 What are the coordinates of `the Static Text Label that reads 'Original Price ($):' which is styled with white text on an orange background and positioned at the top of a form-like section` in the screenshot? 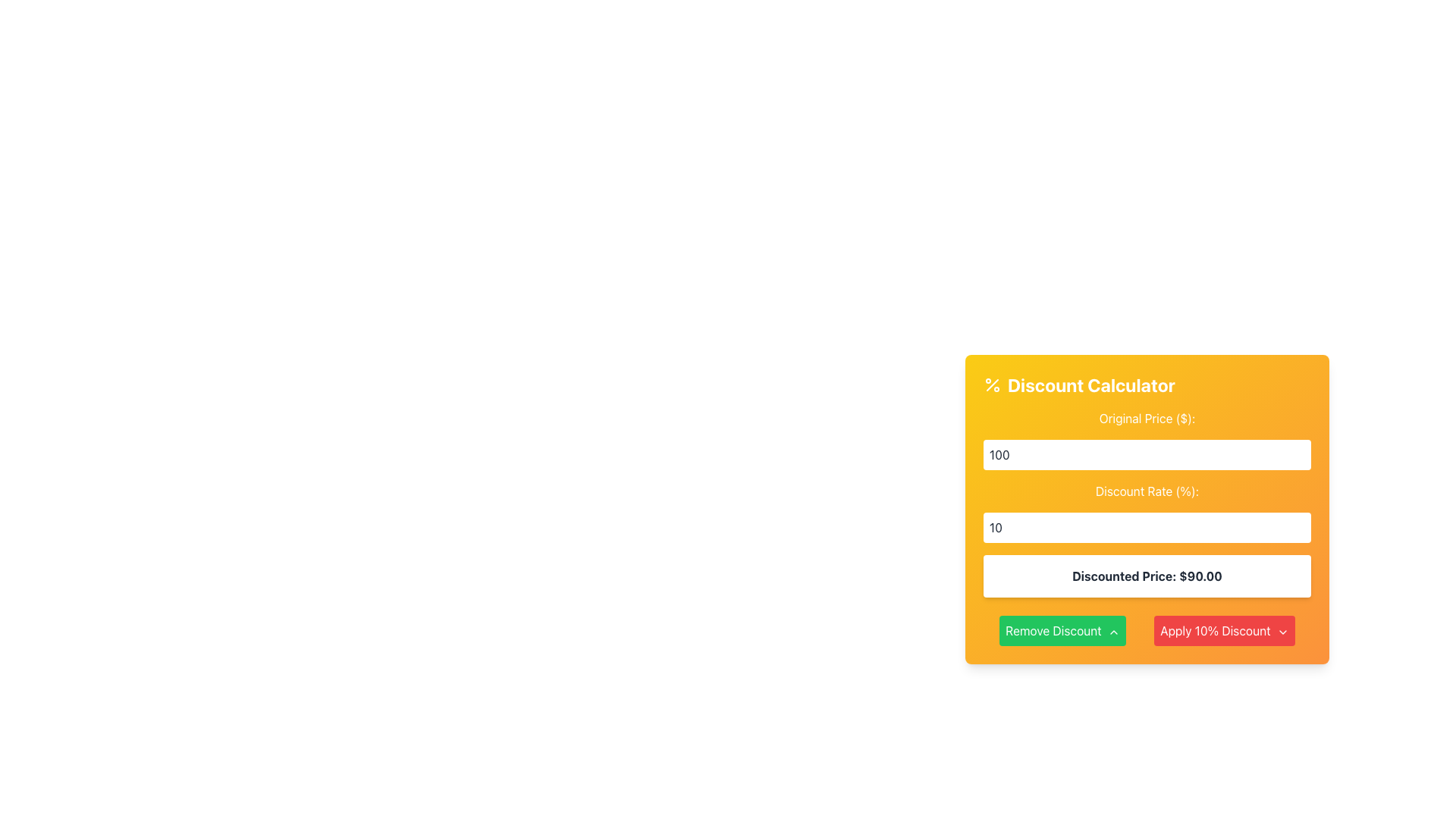 It's located at (1147, 418).